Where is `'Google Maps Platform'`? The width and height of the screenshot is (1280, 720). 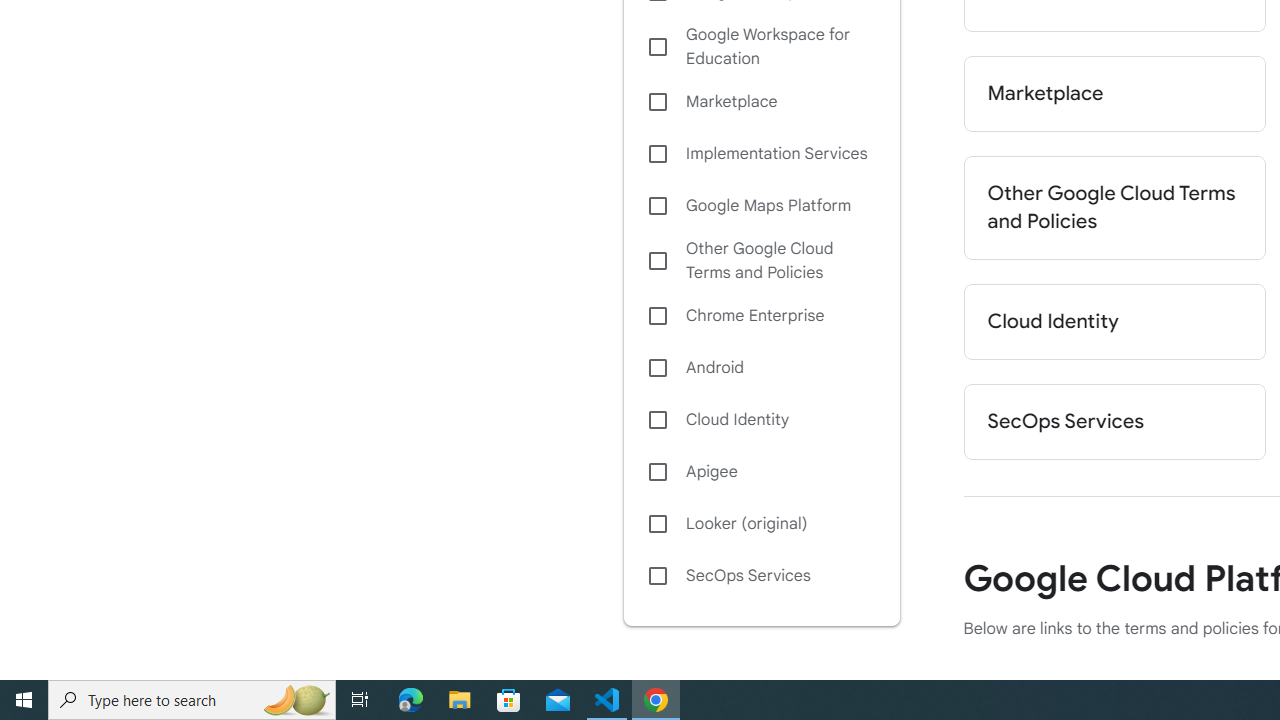 'Google Maps Platform' is located at coordinates (760, 205).